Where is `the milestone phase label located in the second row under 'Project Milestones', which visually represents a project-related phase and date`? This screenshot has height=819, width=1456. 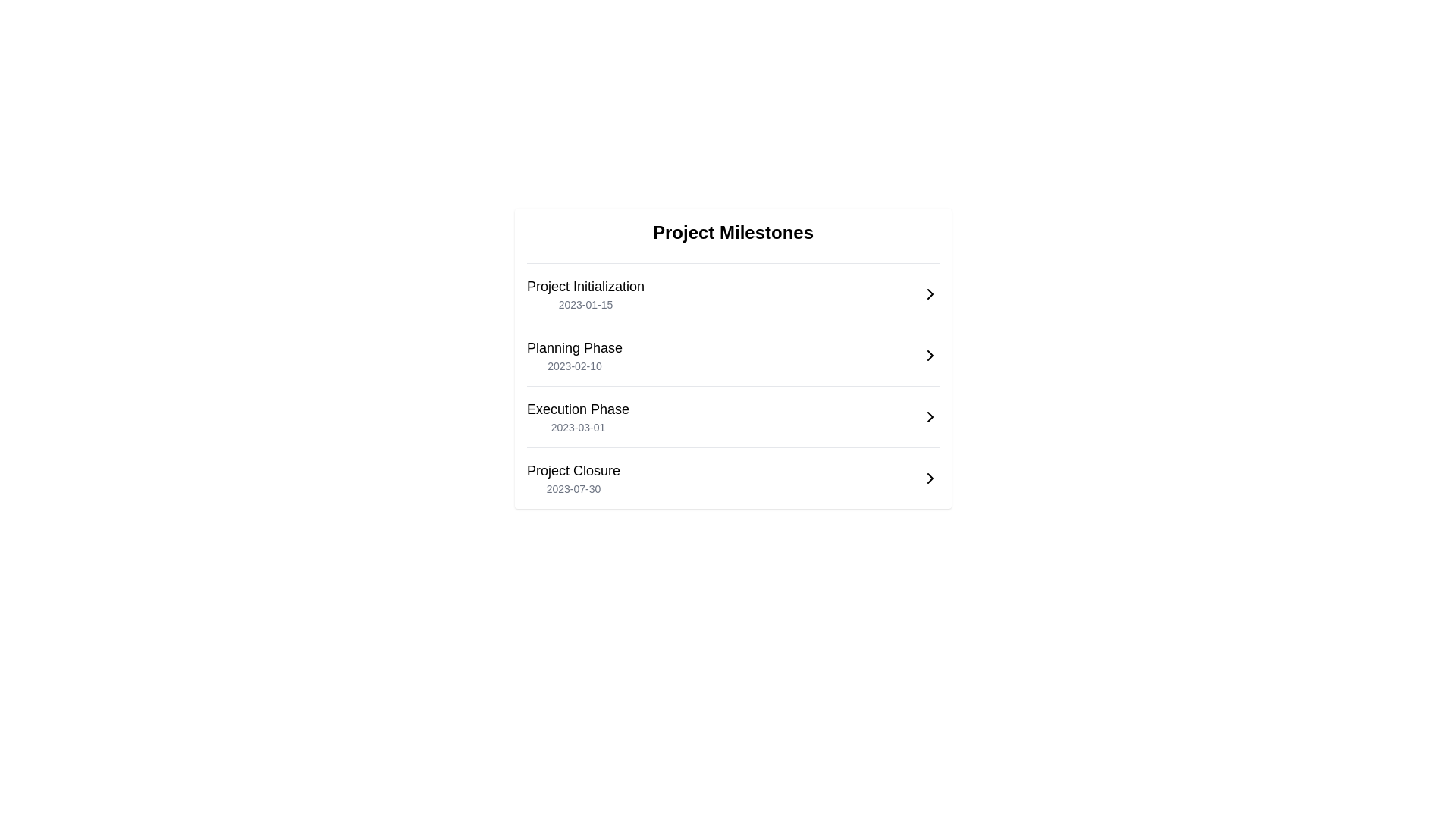 the milestone phase label located in the second row under 'Project Milestones', which visually represents a project-related phase and date is located at coordinates (574, 356).